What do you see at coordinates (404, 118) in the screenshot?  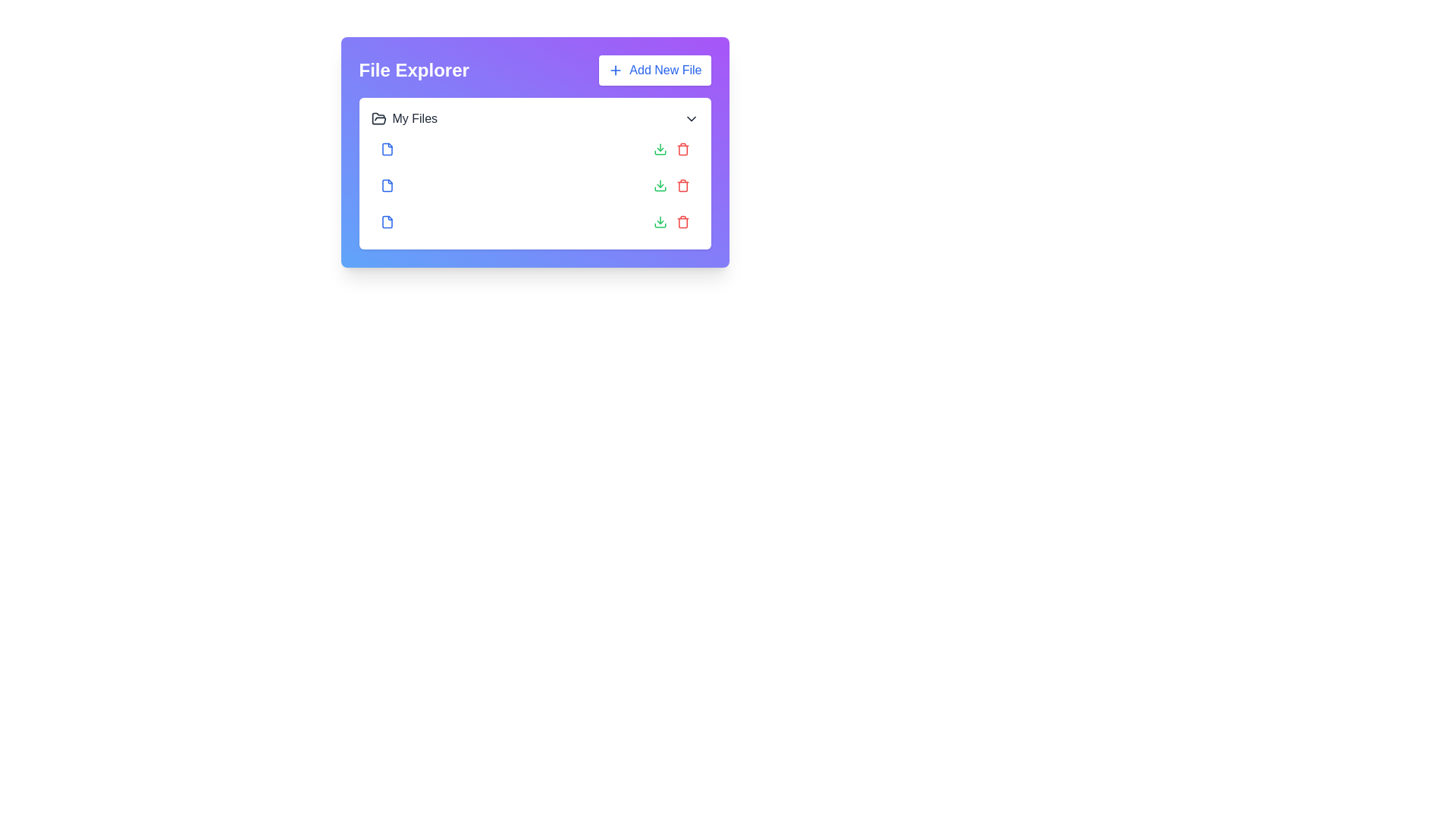 I see `the labeled interactive folder named 'My Files'` at bounding box center [404, 118].